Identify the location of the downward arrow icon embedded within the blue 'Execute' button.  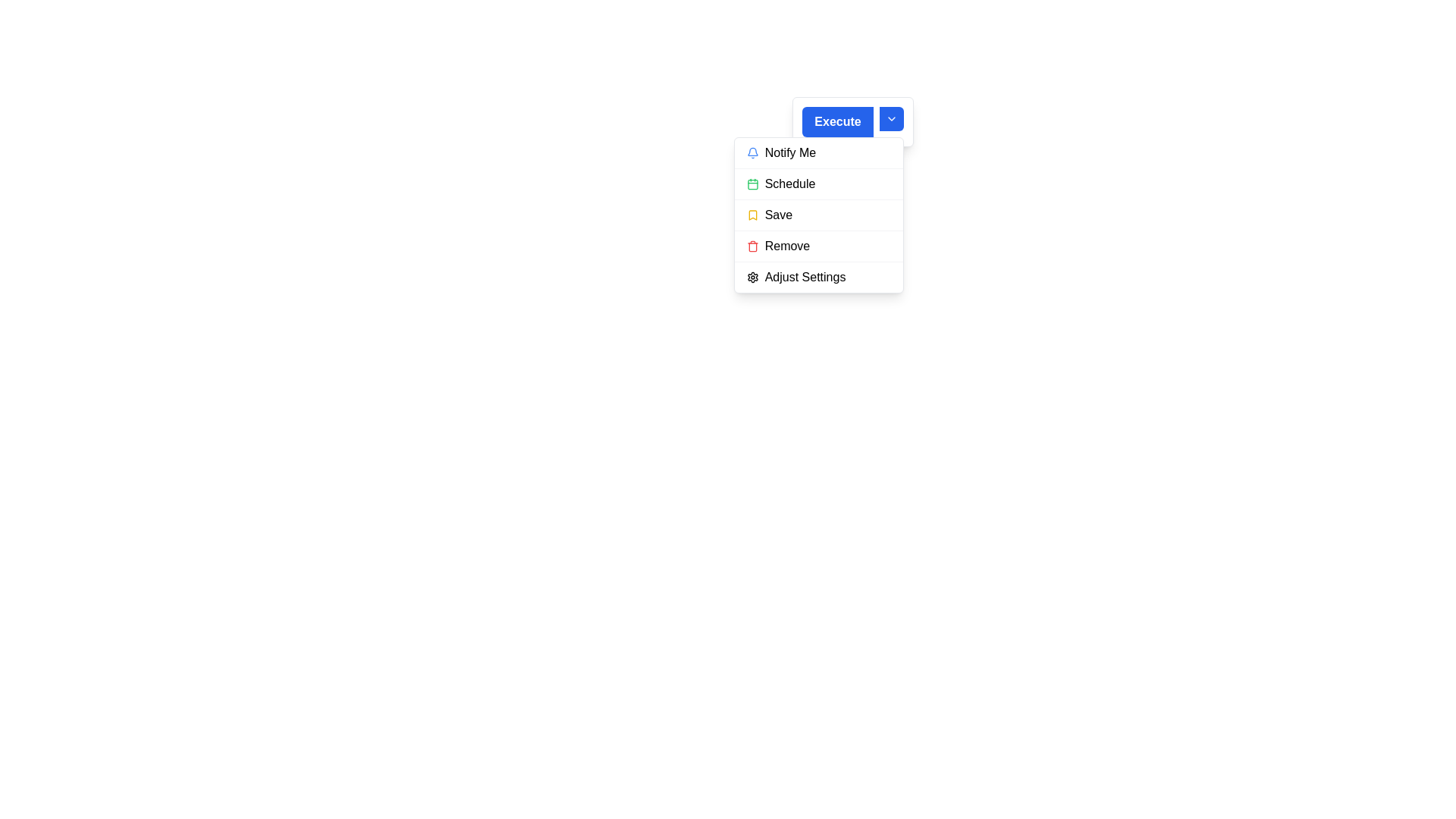
(891, 118).